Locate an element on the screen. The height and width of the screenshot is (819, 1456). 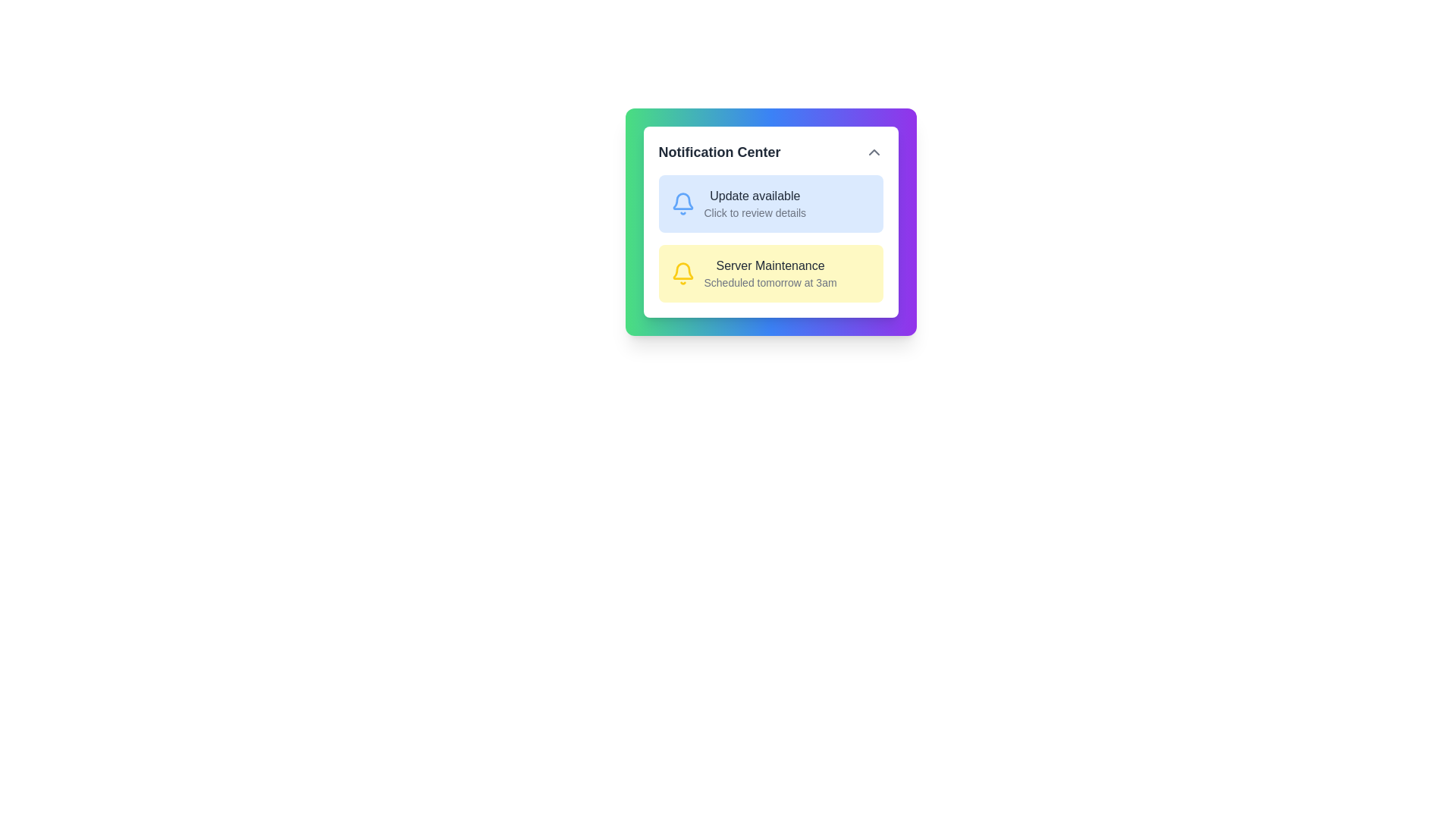
the static informational text displaying the scheduled server maintenance notice, which is located in the lower section of the notification with a yellow background and rounded corners is located at coordinates (770, 274).